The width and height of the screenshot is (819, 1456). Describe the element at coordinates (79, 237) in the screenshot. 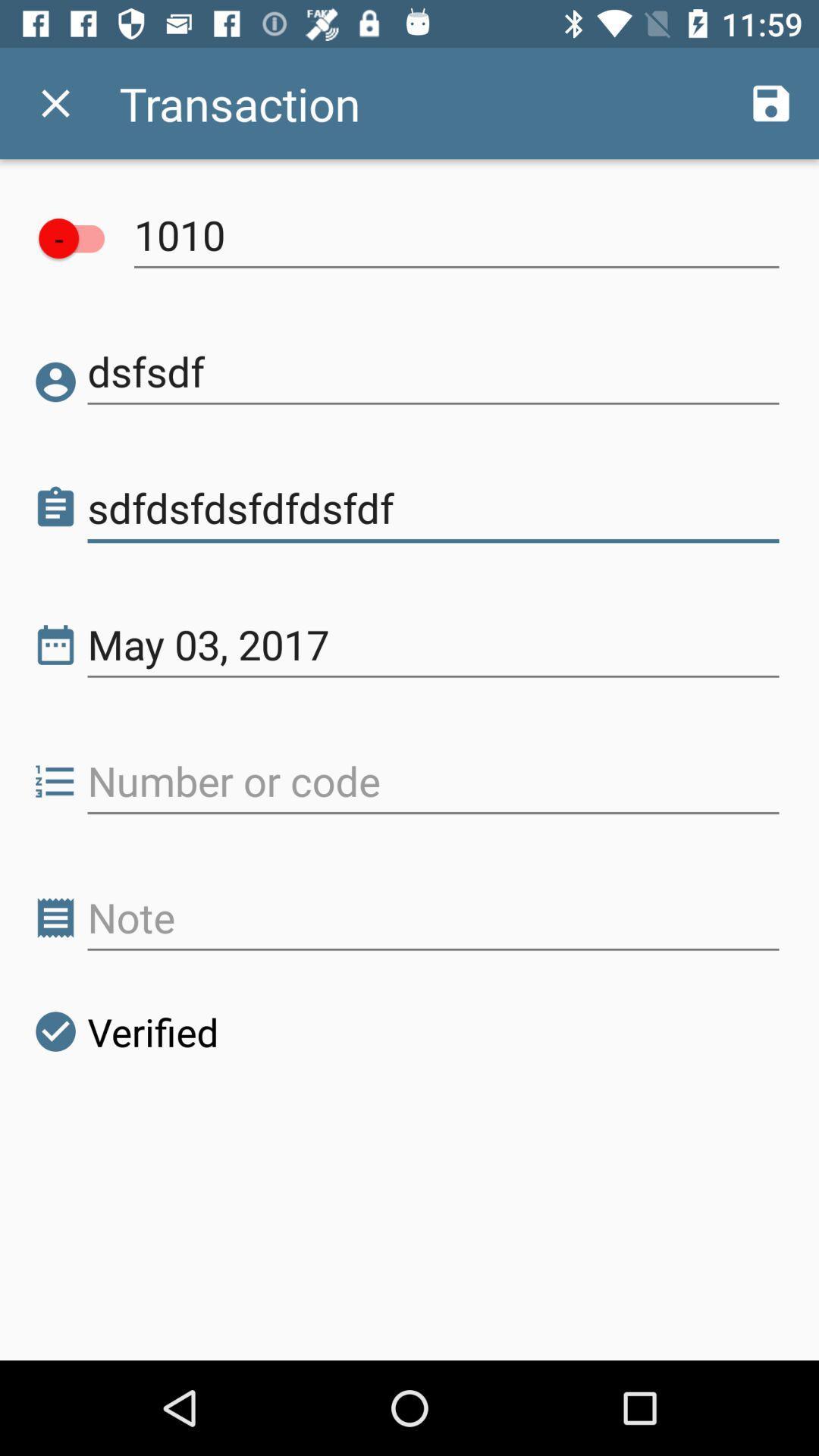

I see `switch option off` at that location.